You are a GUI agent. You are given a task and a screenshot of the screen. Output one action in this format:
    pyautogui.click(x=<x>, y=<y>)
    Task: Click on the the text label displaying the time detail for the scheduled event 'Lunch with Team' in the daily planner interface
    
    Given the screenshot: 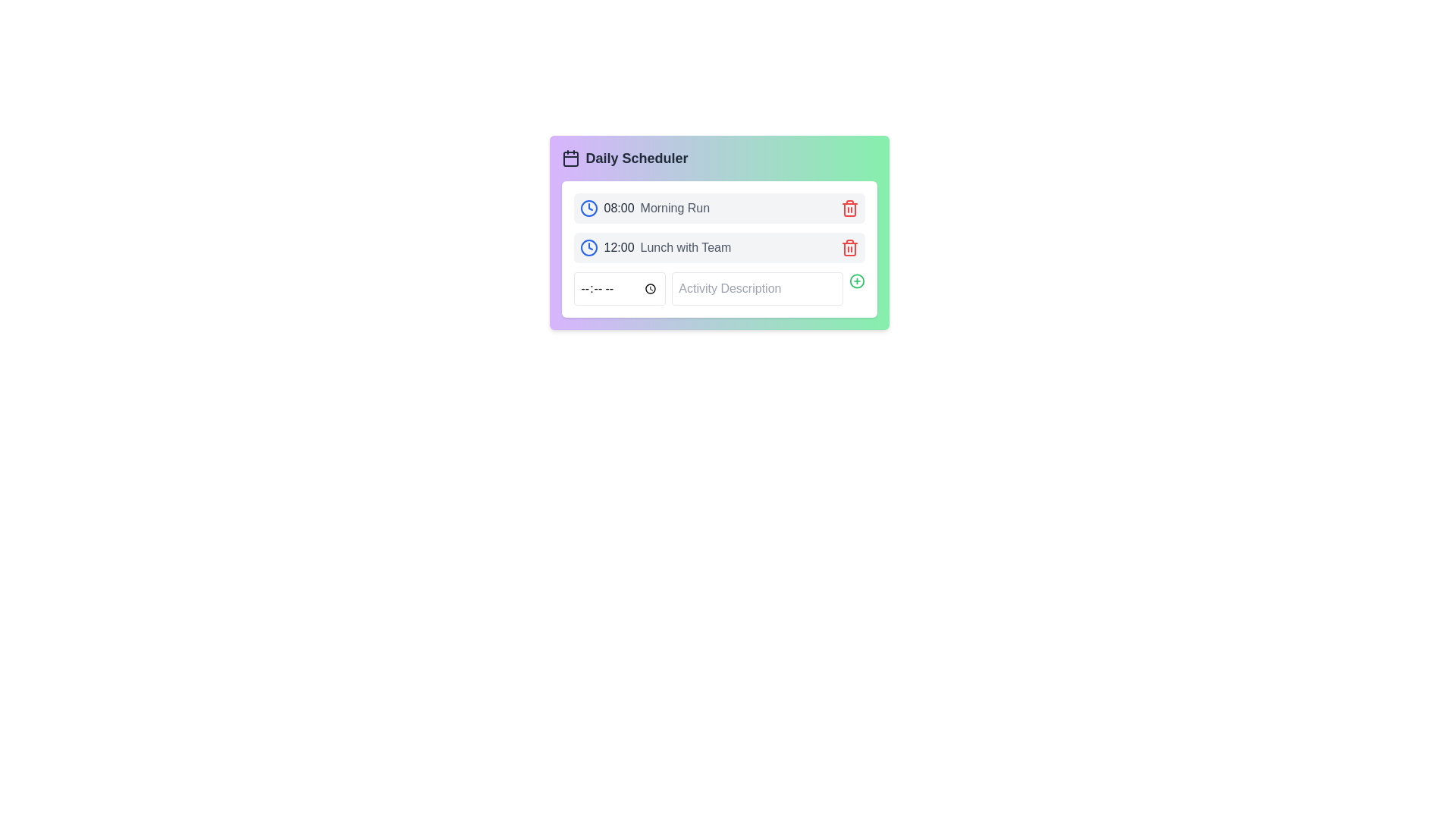 What is the action you would take?
    pyautogui.click(x=619, y=247)
    